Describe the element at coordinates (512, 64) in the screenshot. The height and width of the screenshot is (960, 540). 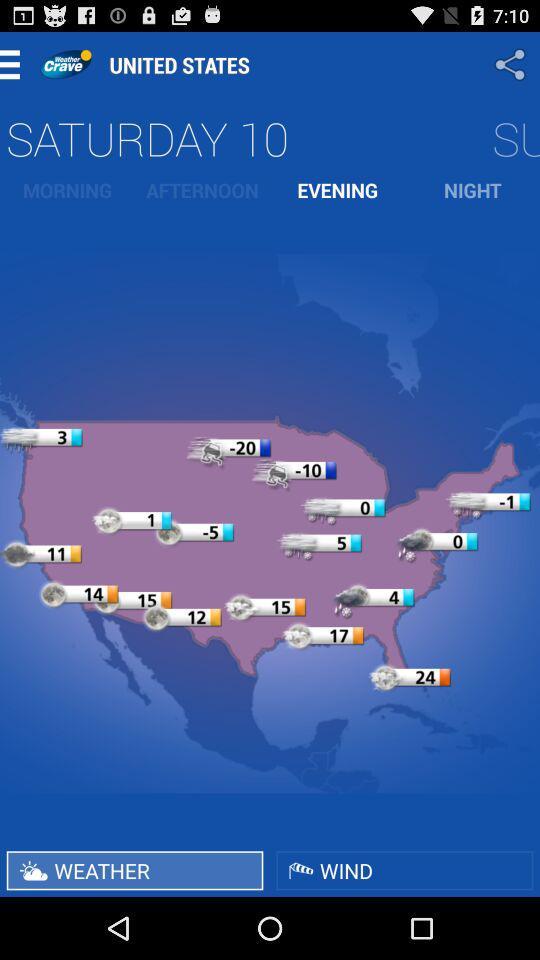
I see `the app above the saturday 10 app` at that location.